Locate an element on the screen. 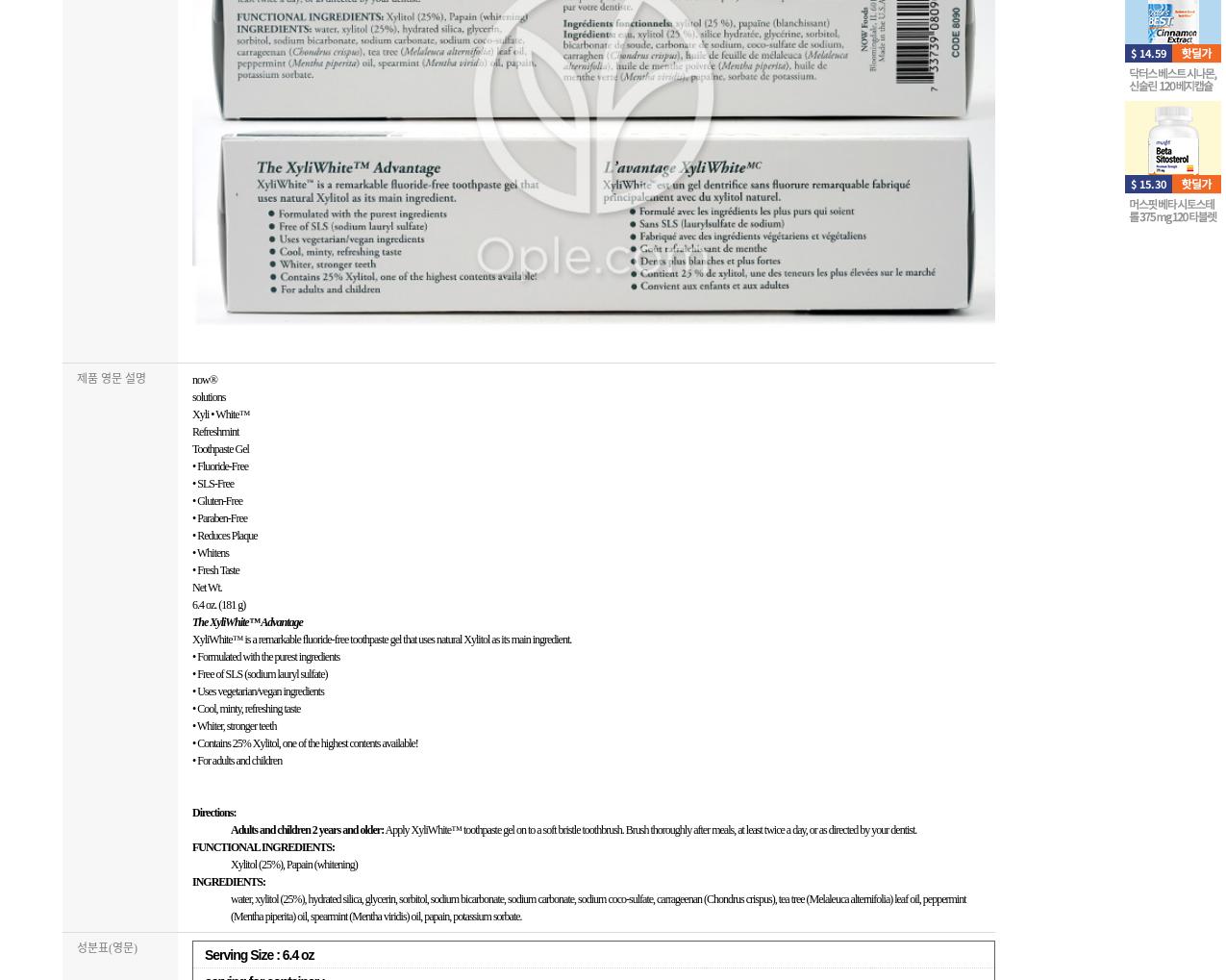 This screenshot has height=980, width=1226. '6.4 oz' is located at coordinates (296, 955).